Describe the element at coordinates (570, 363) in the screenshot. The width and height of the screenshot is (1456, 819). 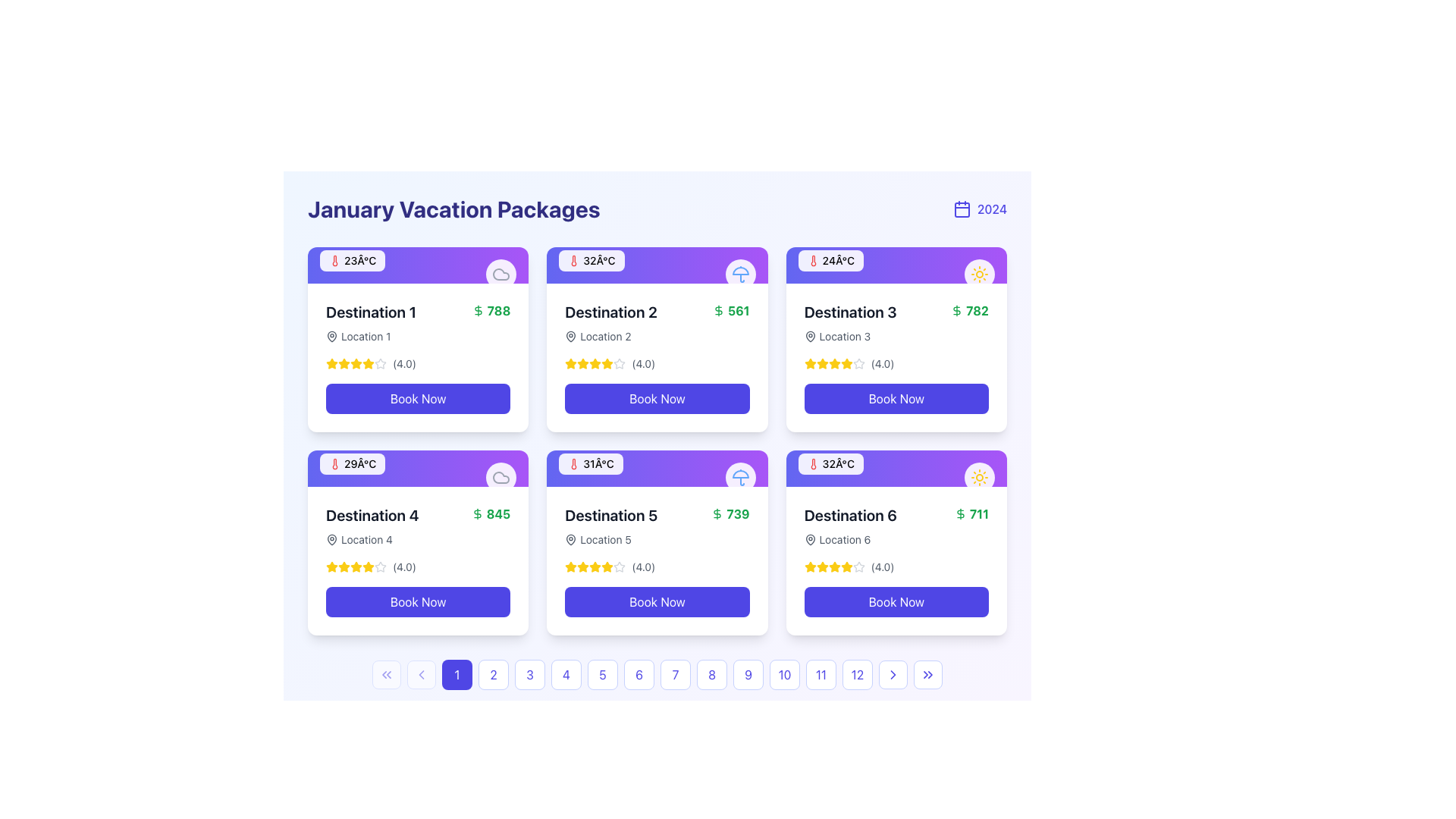
I see `the second star icon in the rating system for 'Destination 2', which is located in the ratings section below the location and price information` at that location.